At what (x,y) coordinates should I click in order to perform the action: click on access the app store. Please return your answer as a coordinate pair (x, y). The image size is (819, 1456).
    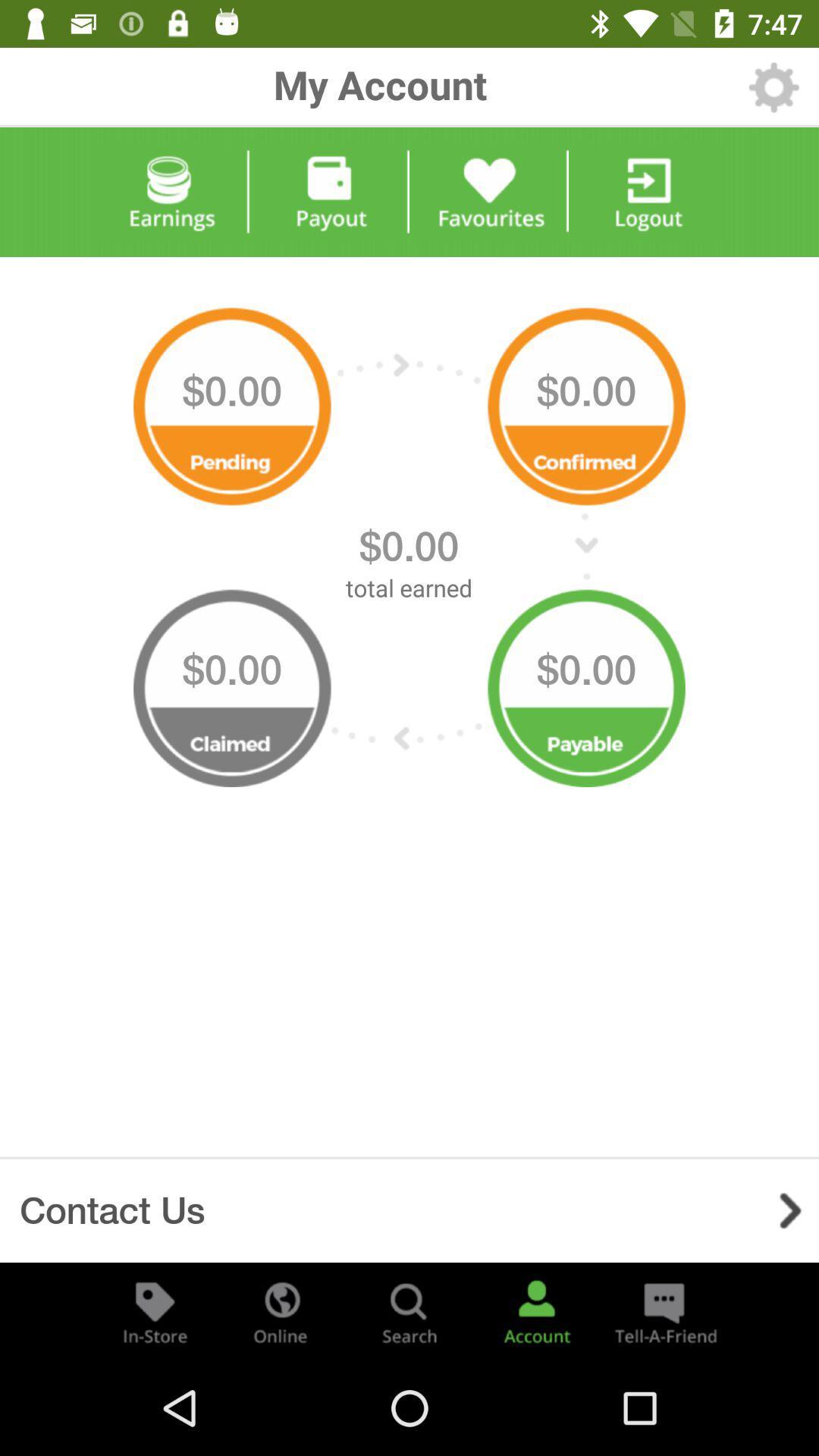
    Looking at the image, I should click on (155, 1310).